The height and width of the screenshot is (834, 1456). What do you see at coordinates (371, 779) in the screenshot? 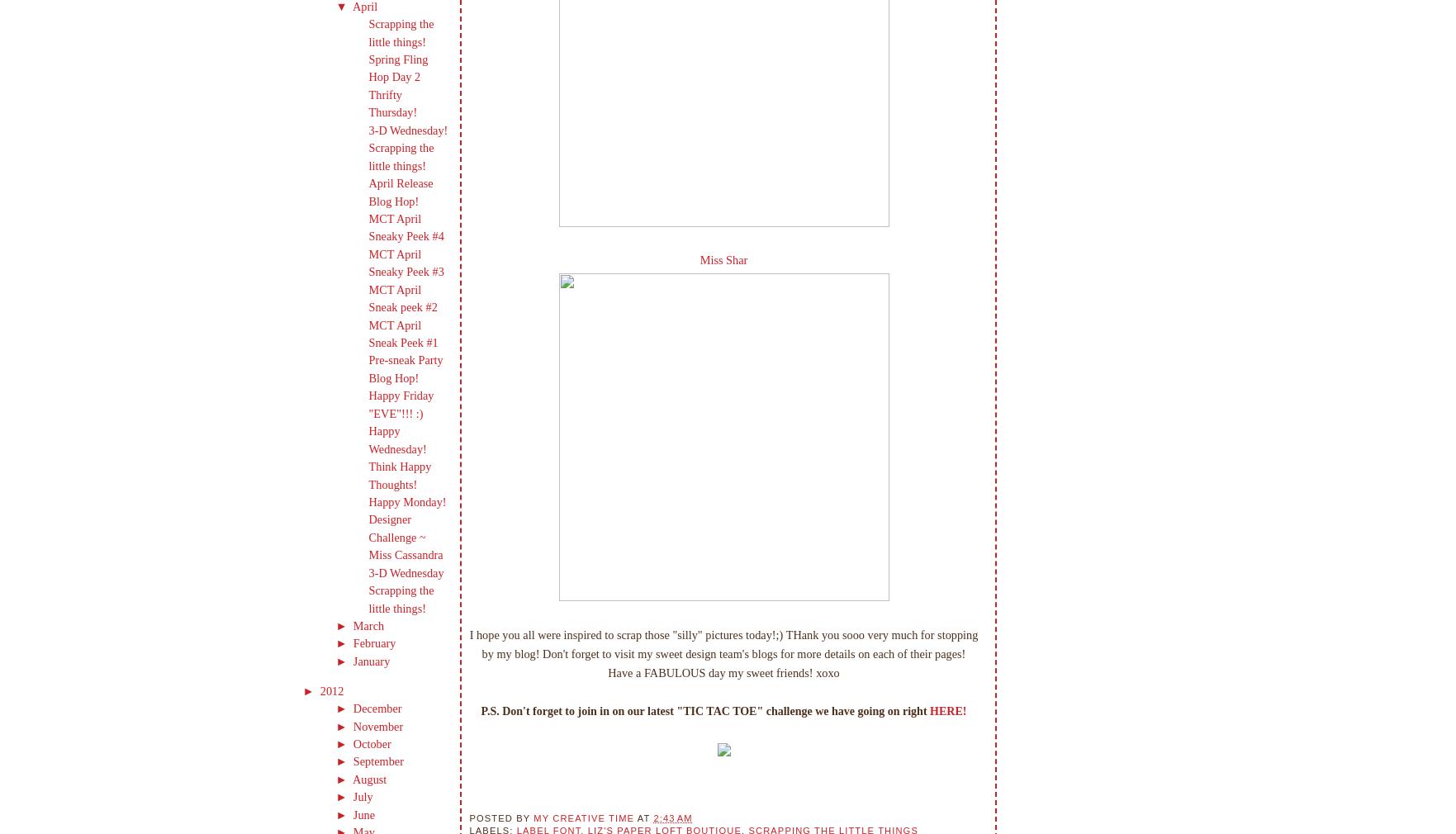
I see `'August'` at bounding box center [371, 779].